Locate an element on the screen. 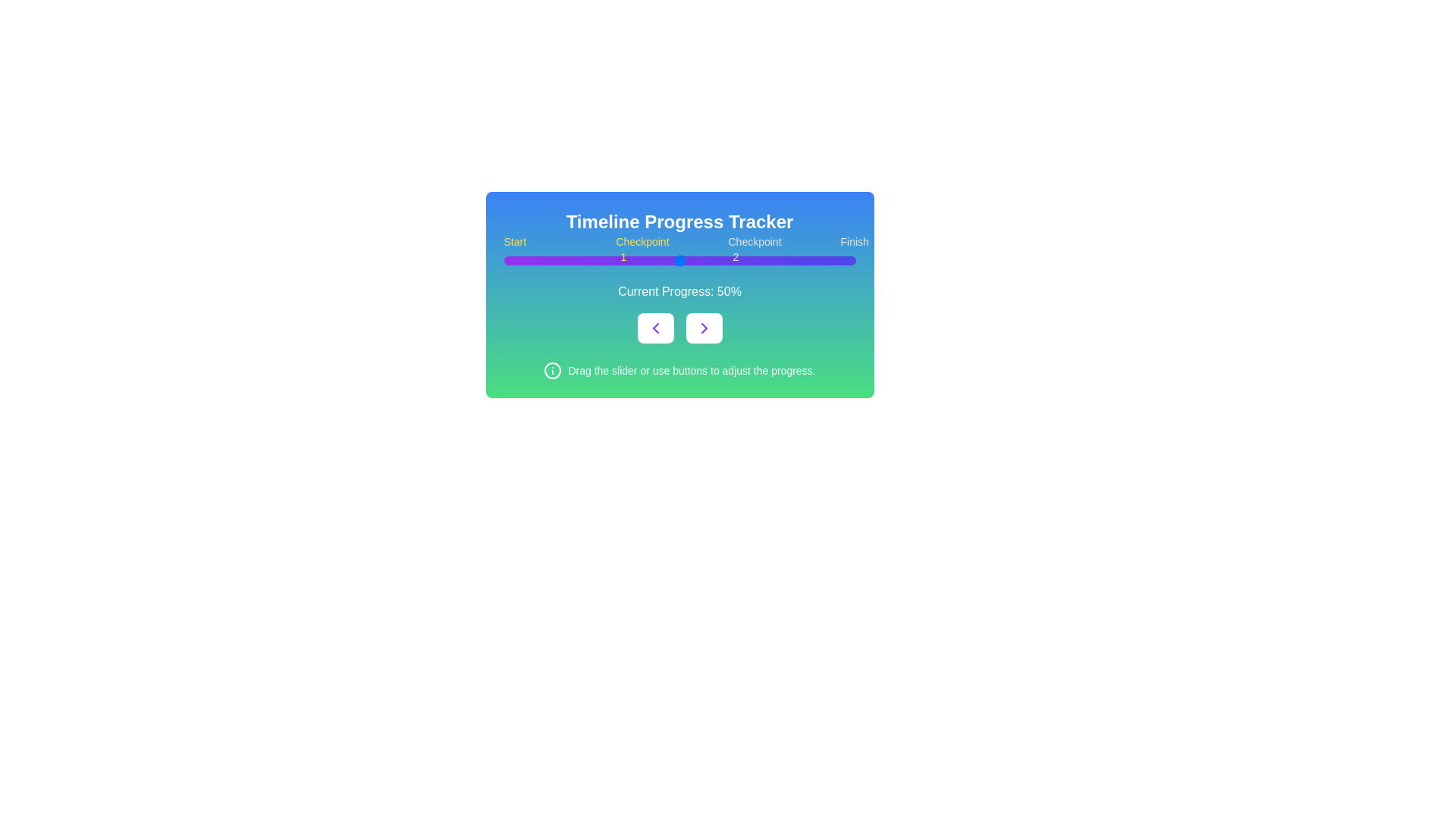  the SVG Circle that serves as a decorative or structural base within the icon located in the lower-left section of the green-blue gradient panel is located at coordinates (552, 371).